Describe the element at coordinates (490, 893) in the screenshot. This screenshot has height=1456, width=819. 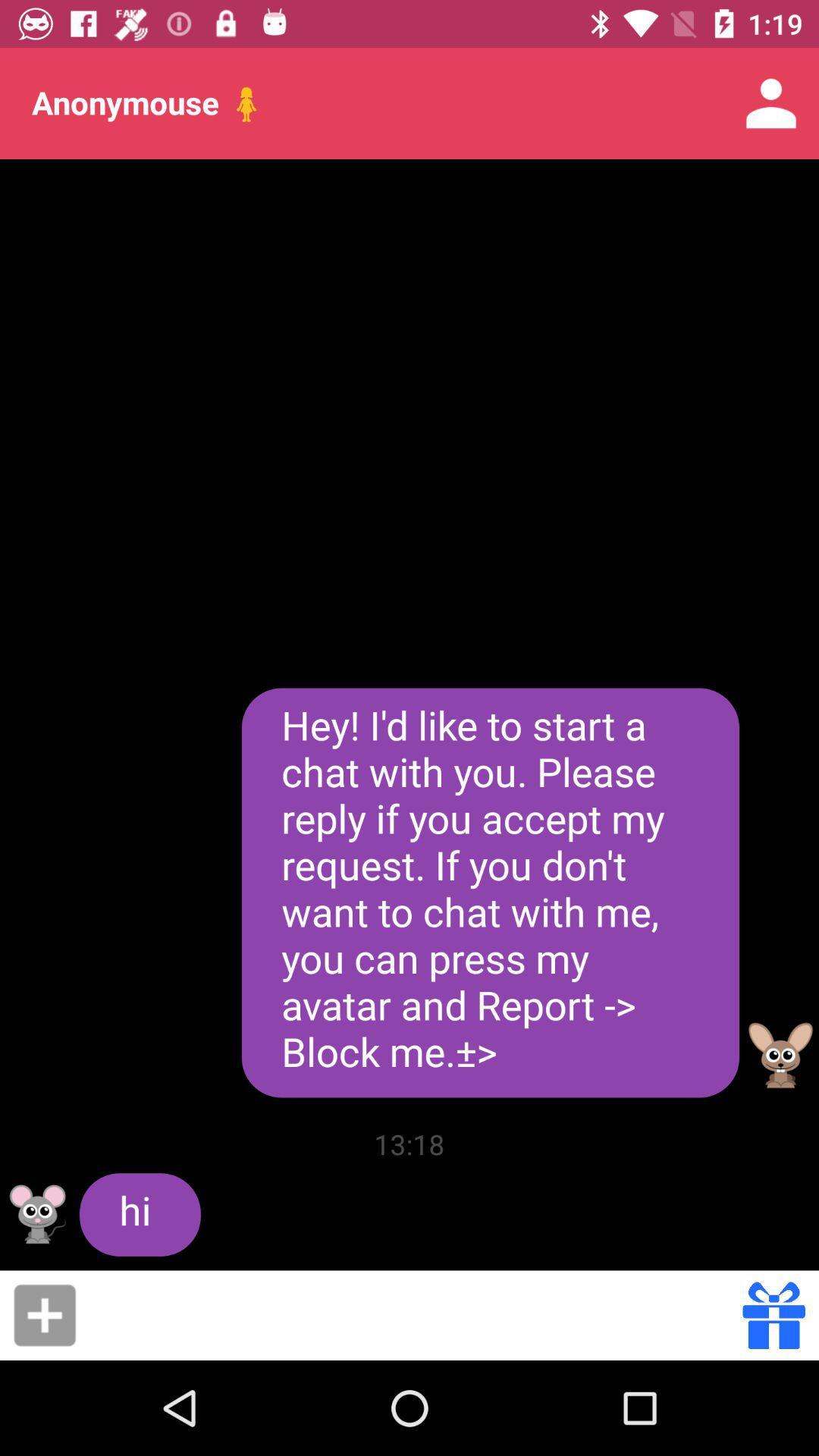
I see `the hey i d` at that location.